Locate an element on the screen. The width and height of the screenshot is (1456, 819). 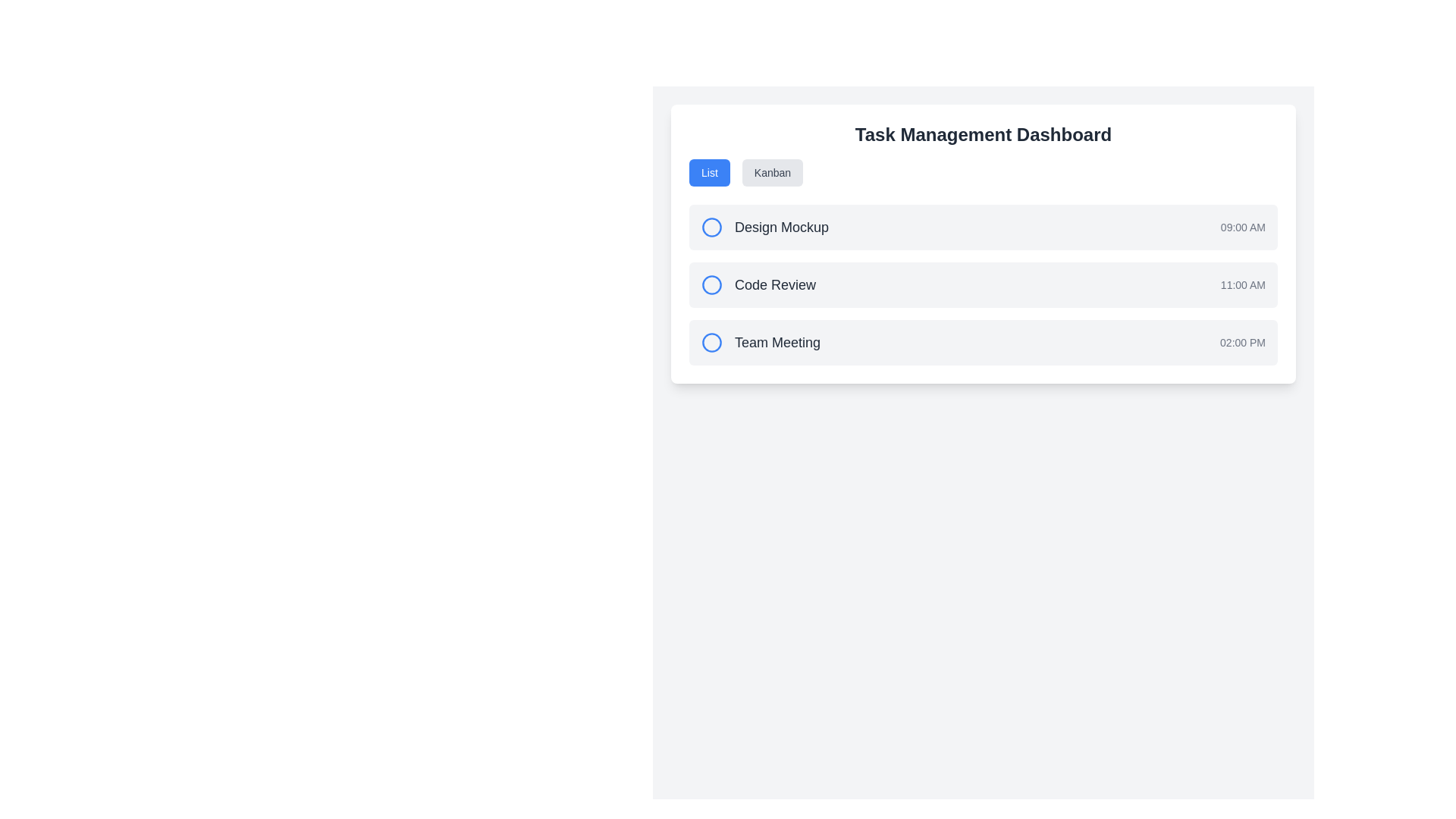
the text label displaying '11:00 AM' which is positioned to the right of the 'Code Review' task in the task management dashboard is located at coordinates (1243, 284).